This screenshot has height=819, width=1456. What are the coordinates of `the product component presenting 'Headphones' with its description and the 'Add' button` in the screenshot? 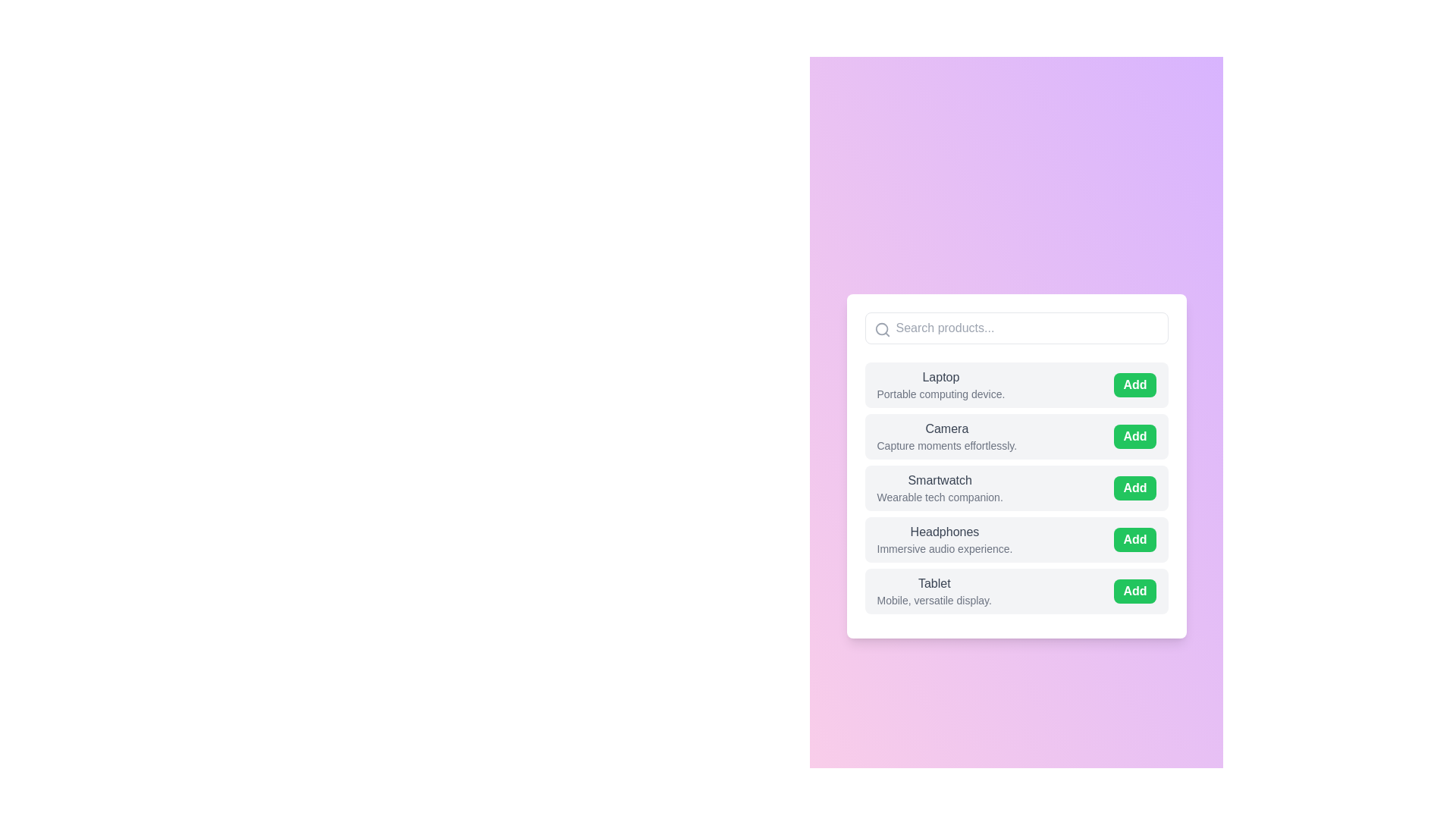 It's located at (1016, 539).